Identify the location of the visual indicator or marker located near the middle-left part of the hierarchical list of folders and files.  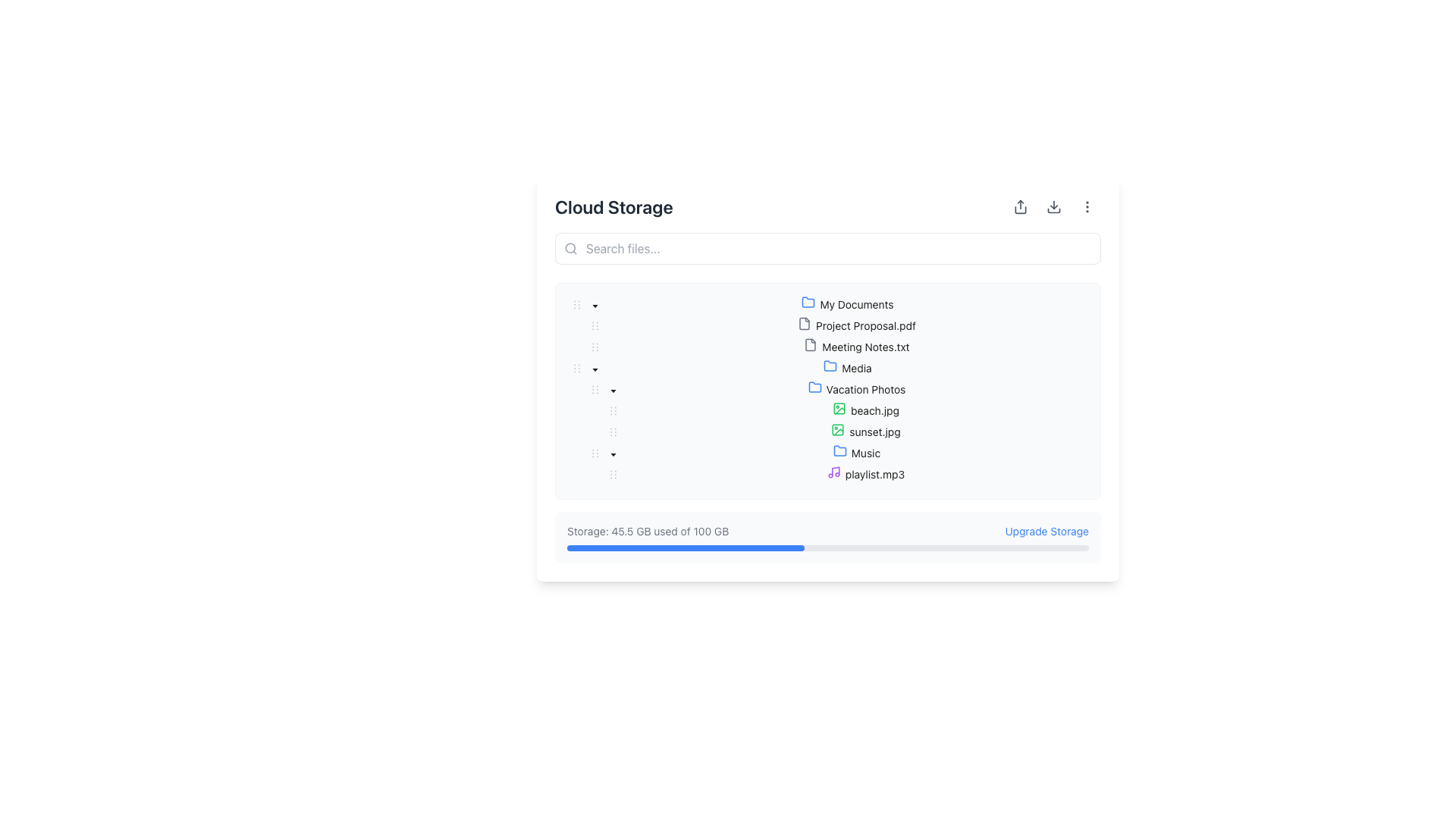
(595, 388).